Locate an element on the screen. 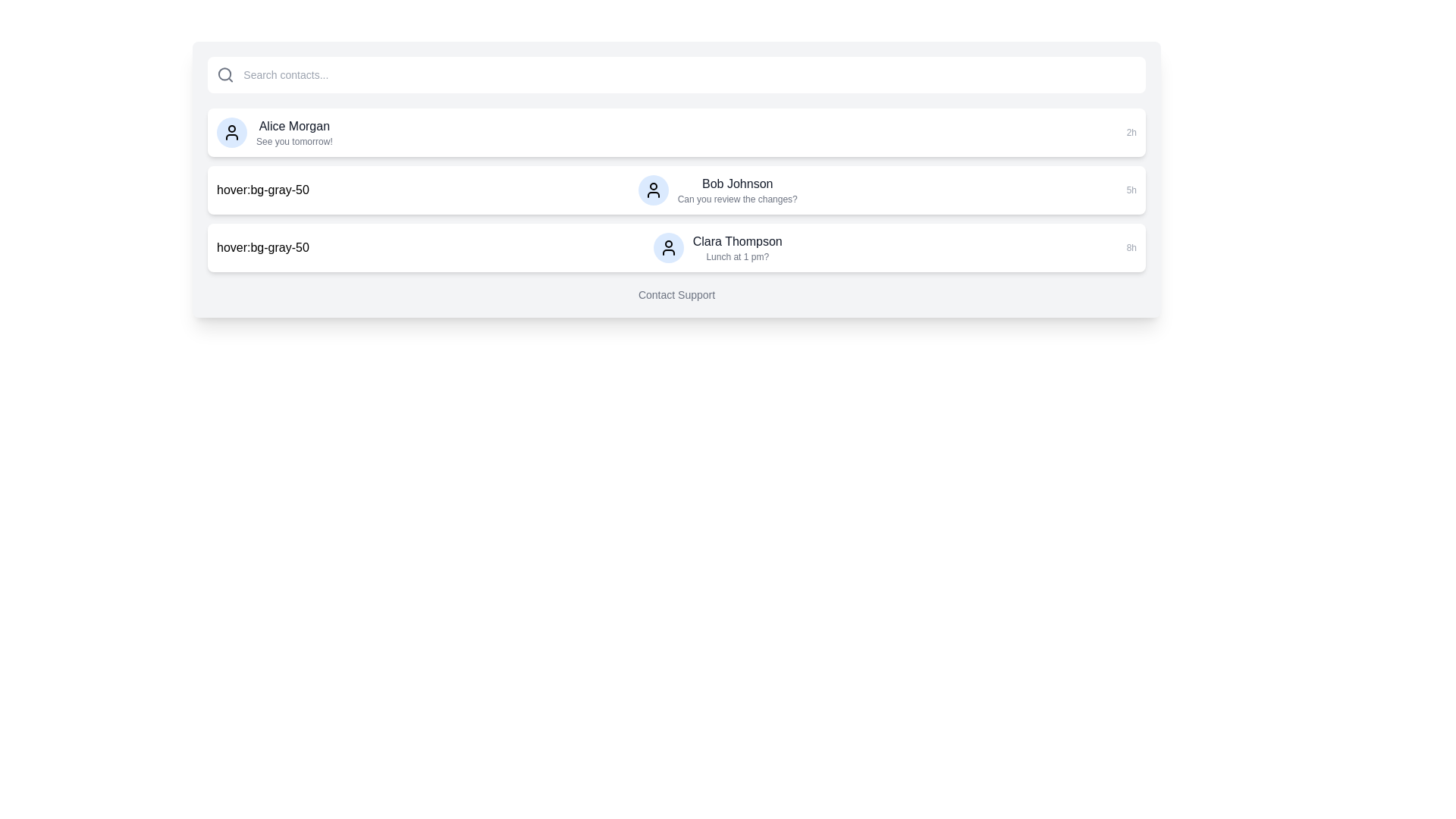 The height and width of the screenshot is (819, 1456). the static text label displaying 'Lunch at 1 pm?' that is located below the name 'Clara Thompson' in the conversational message UI is located at coordinates (737, 256).